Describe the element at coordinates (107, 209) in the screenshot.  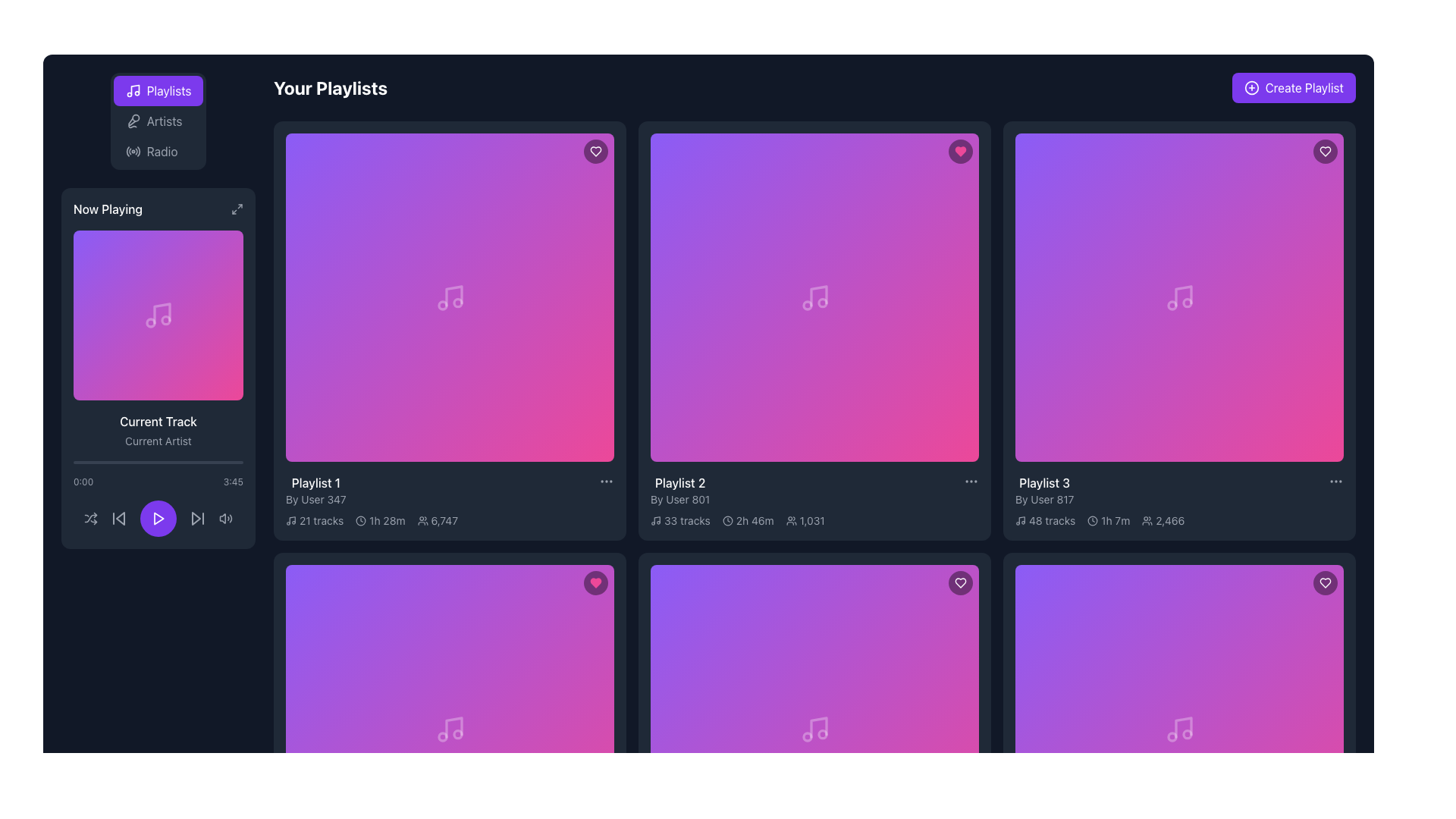
I see `the static text label indicating the current playback status in the 'Now Playing' section located at the top of the left sidebar` at that location.